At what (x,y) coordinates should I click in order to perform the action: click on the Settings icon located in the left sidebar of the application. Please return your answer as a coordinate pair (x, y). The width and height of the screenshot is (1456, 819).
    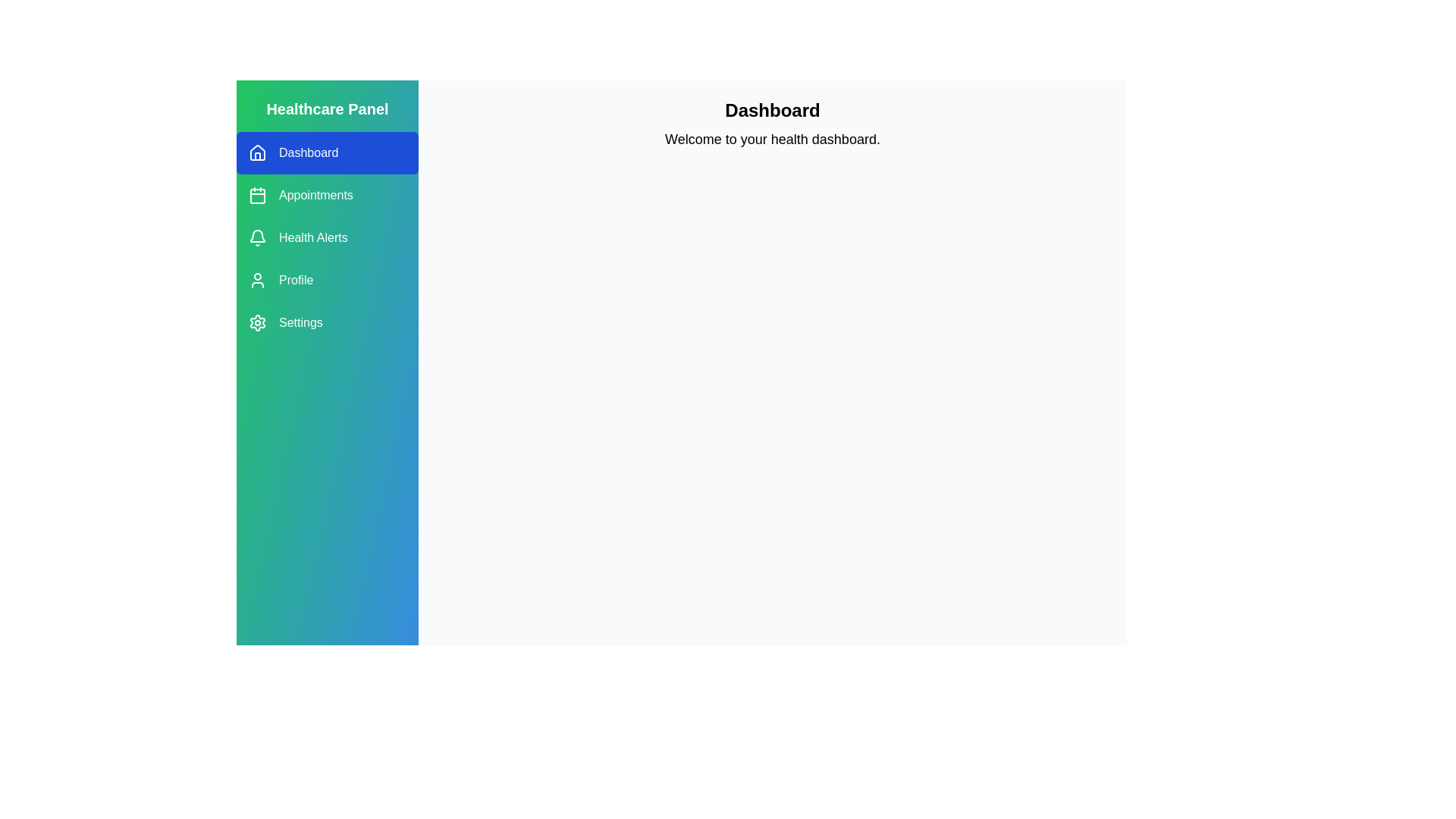
    Looking at the image, I should click on (258, 322).